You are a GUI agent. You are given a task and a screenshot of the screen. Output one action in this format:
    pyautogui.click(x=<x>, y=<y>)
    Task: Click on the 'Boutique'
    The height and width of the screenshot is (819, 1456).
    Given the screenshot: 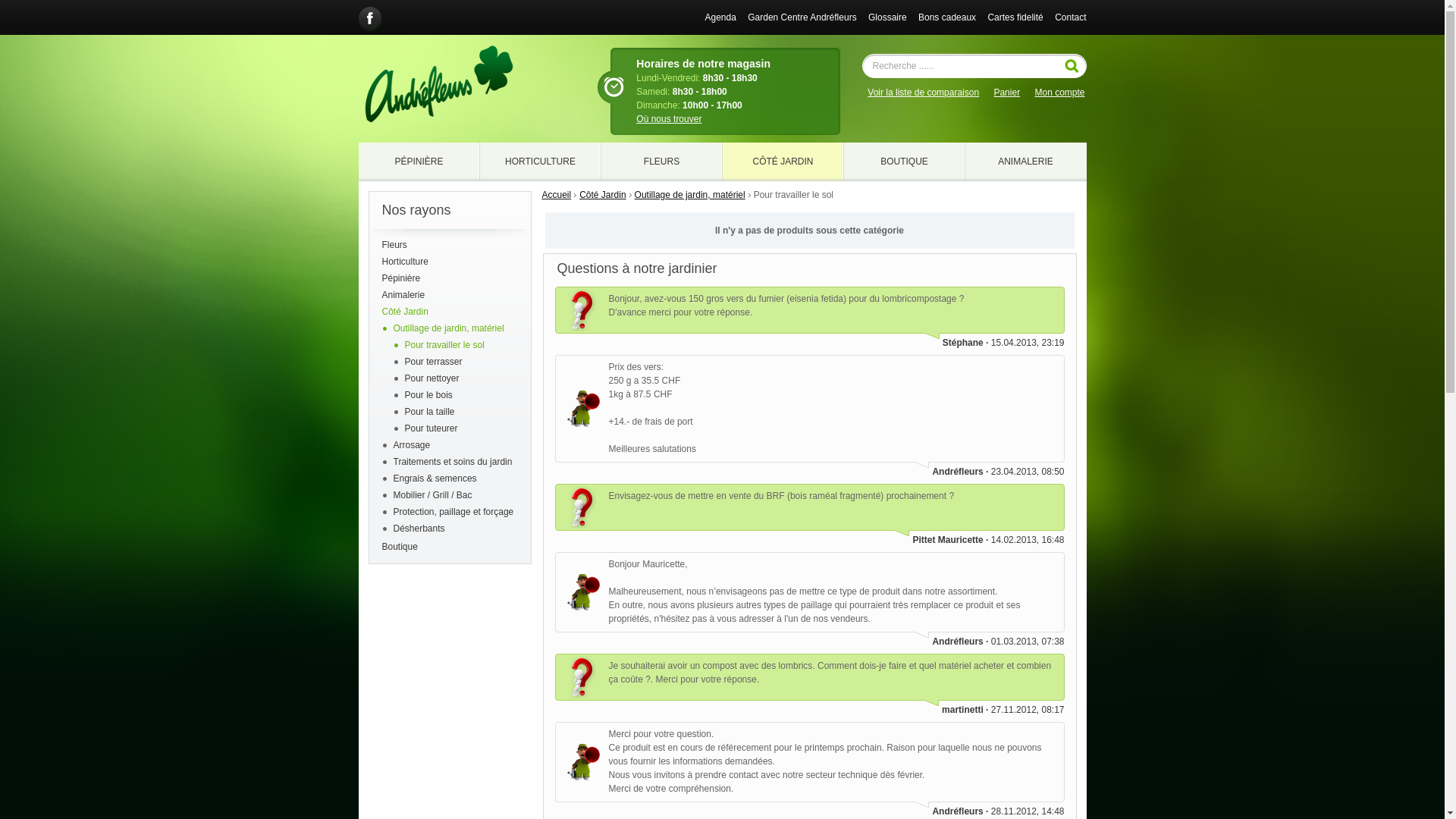 What is the action you would take?
    pyautogui.click(x=449, y=547)
    